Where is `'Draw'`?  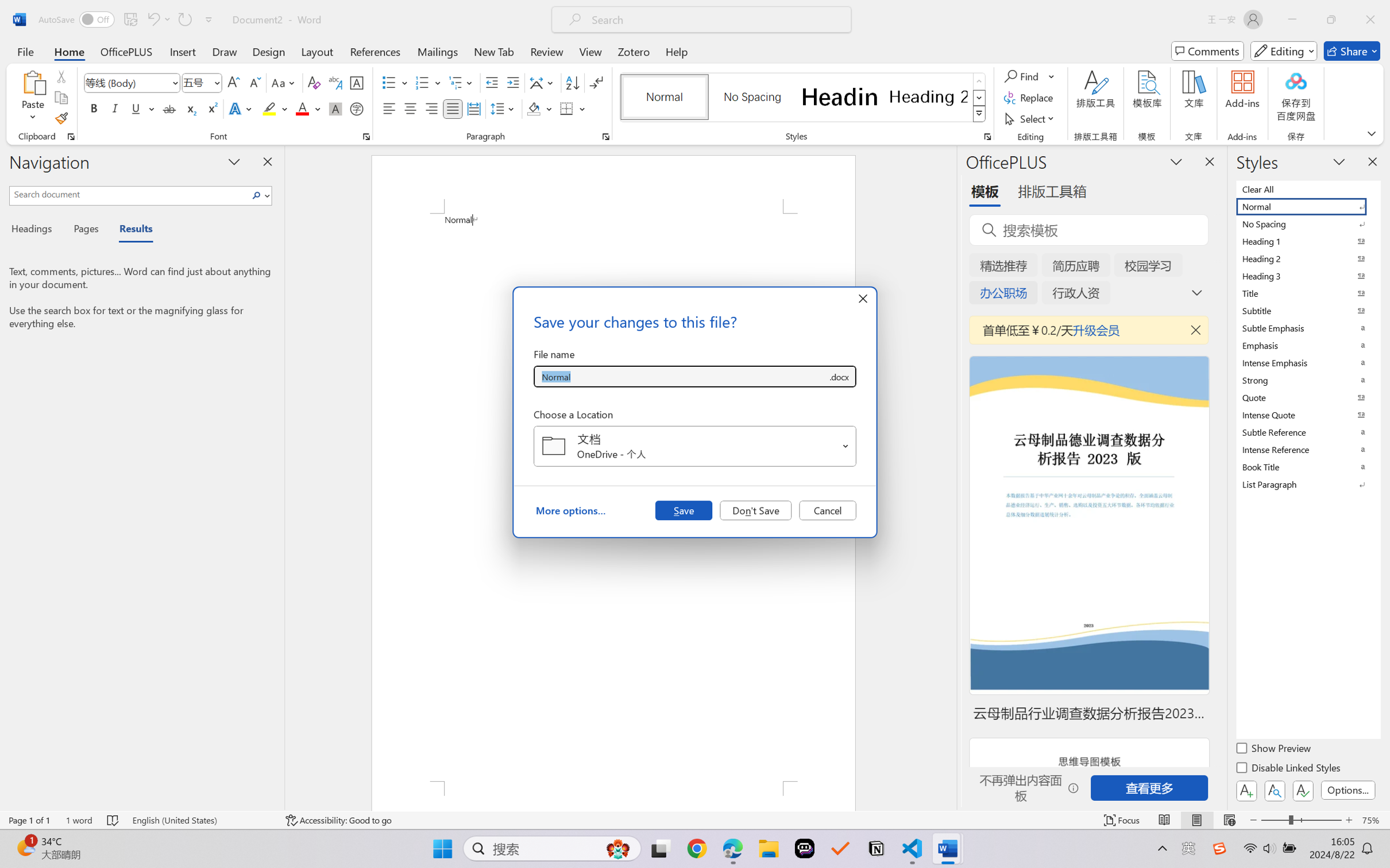 'Draw' is located at coordinates (225, 51).